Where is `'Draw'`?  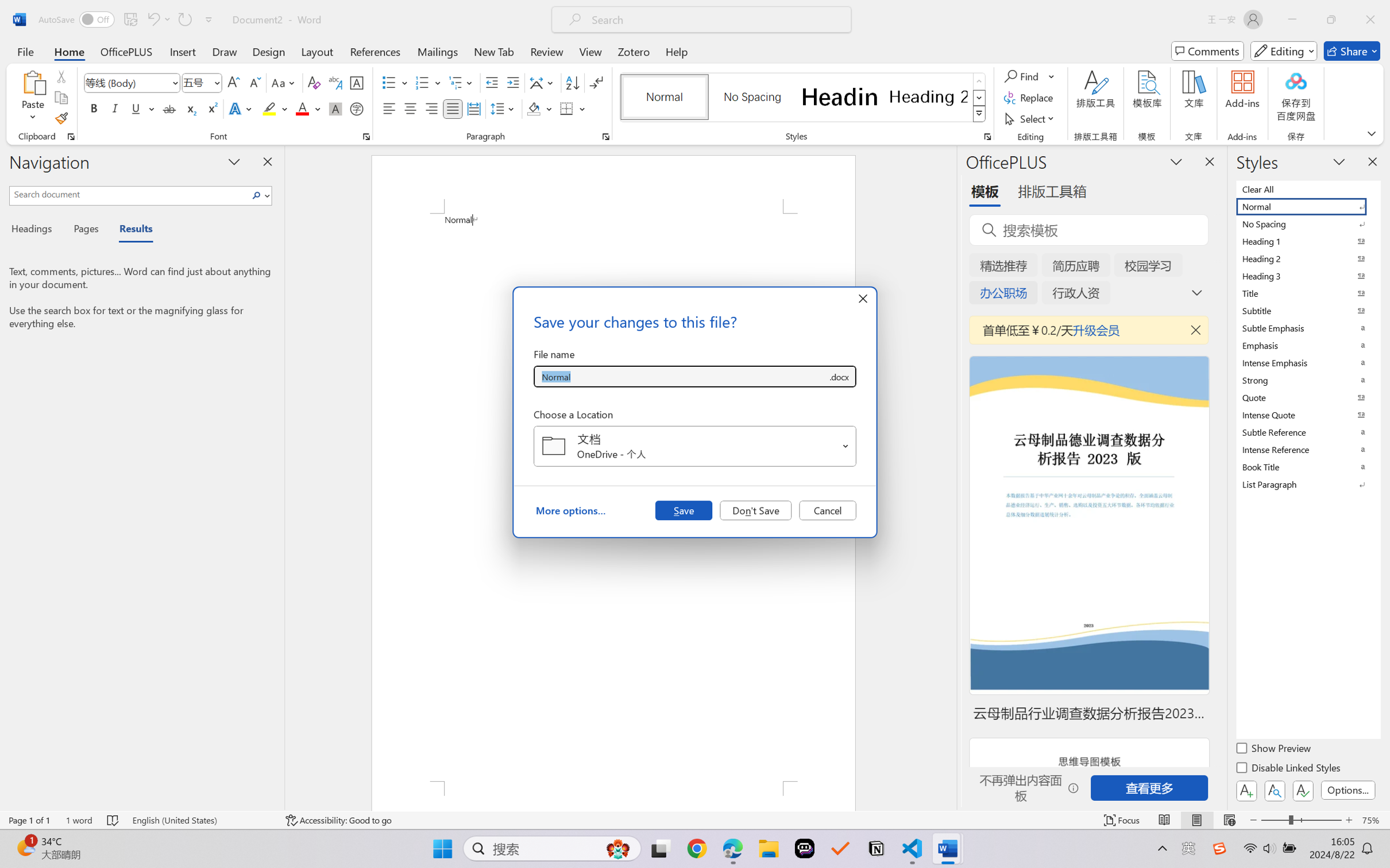 'Draw' is located at coordinates (225, 51).